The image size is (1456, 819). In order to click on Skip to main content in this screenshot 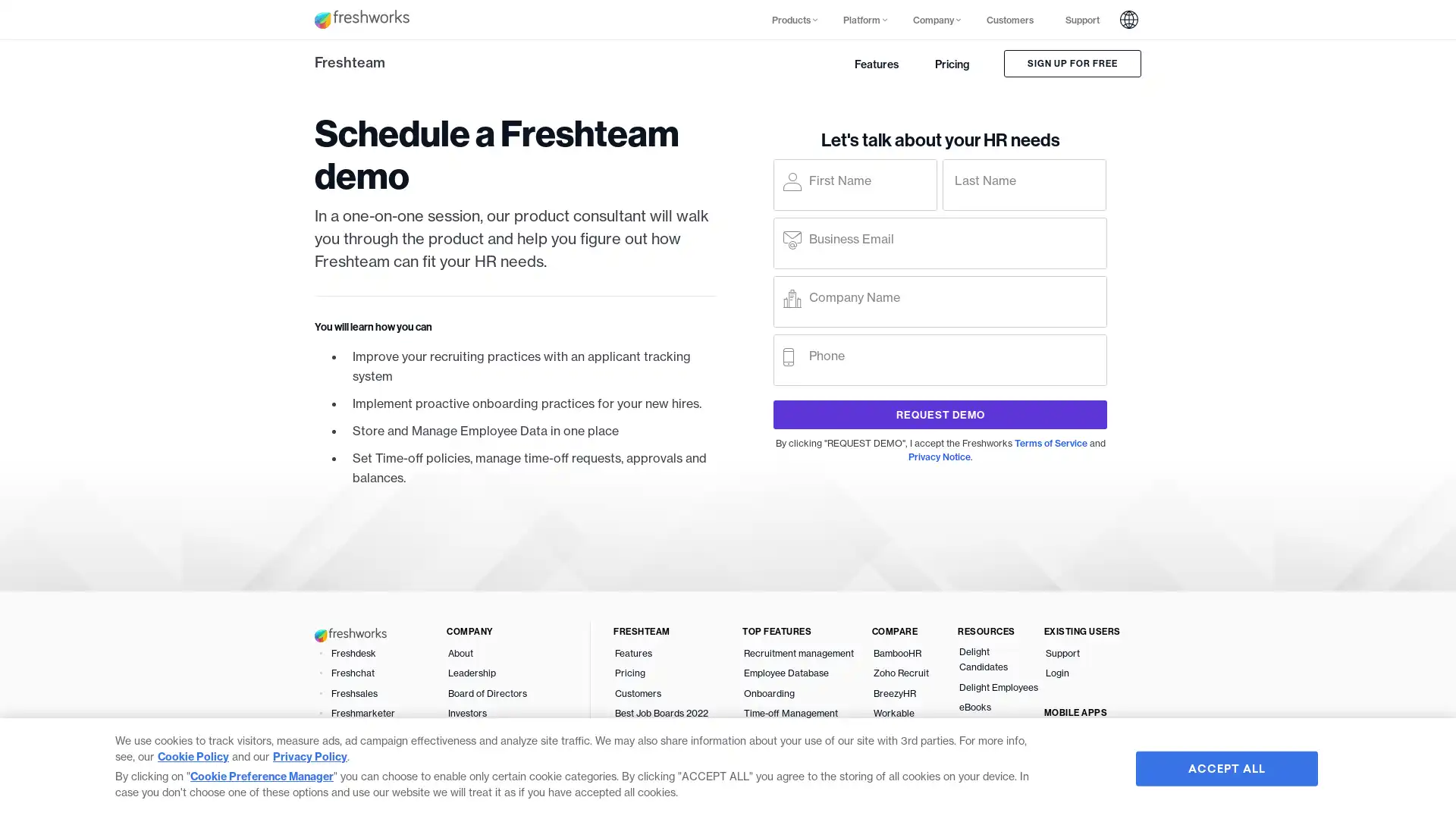, I will do `click(245, 18)`.